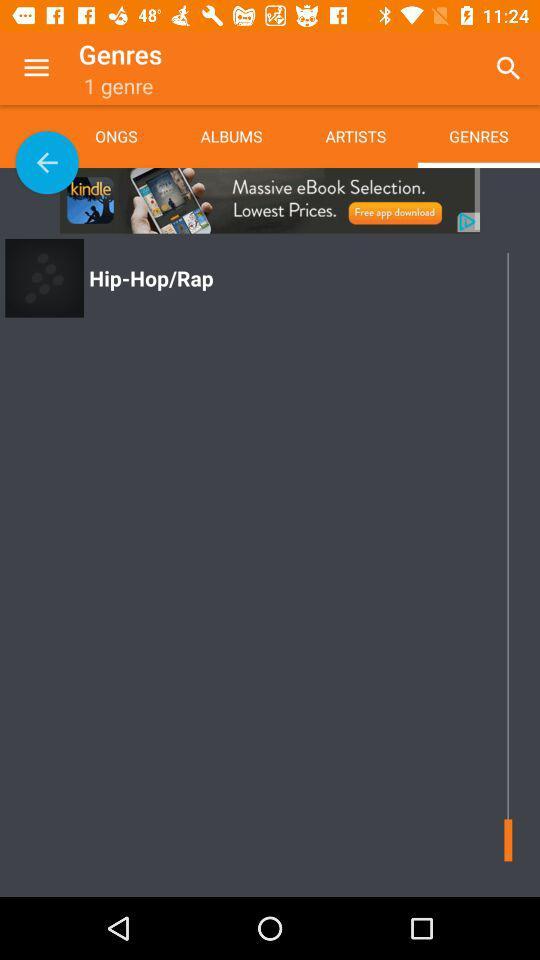  What do you see at coordinates (47, 161) in the screenshot?
I see `see more music labels` at bounding box center [47, 161].